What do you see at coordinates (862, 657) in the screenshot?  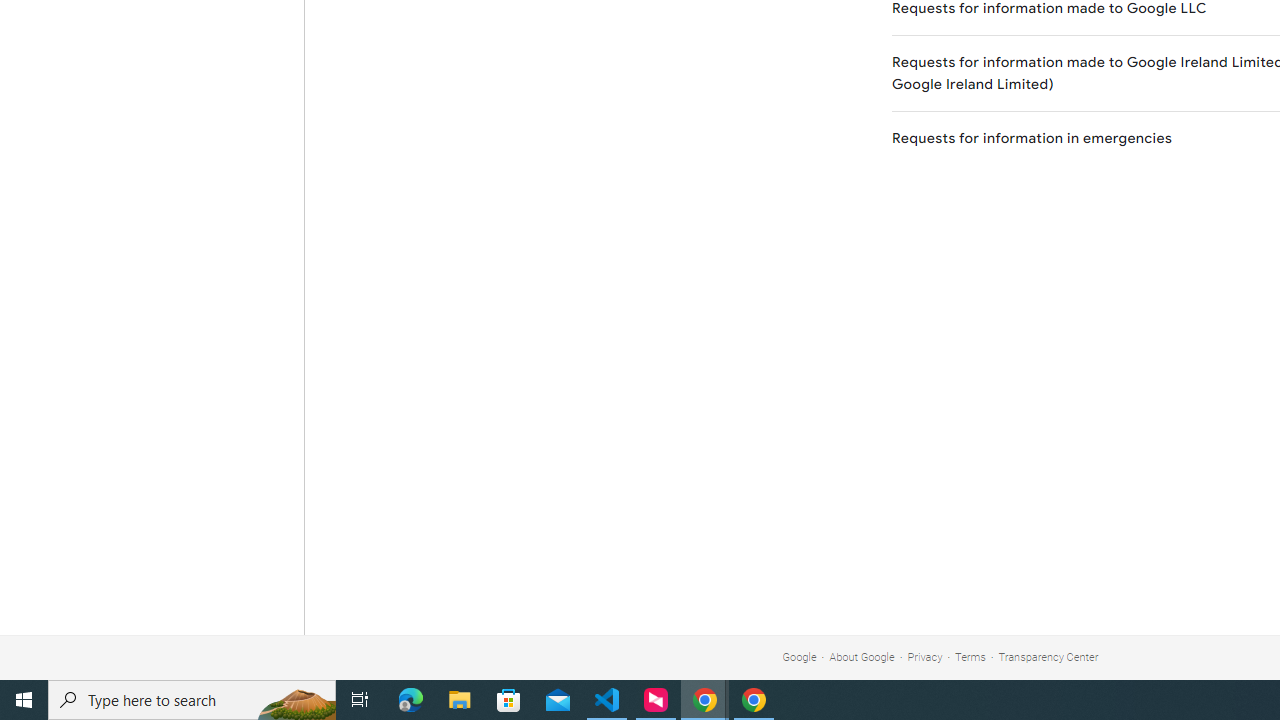 I see `'About Google'` at bounding box center [862, 657].